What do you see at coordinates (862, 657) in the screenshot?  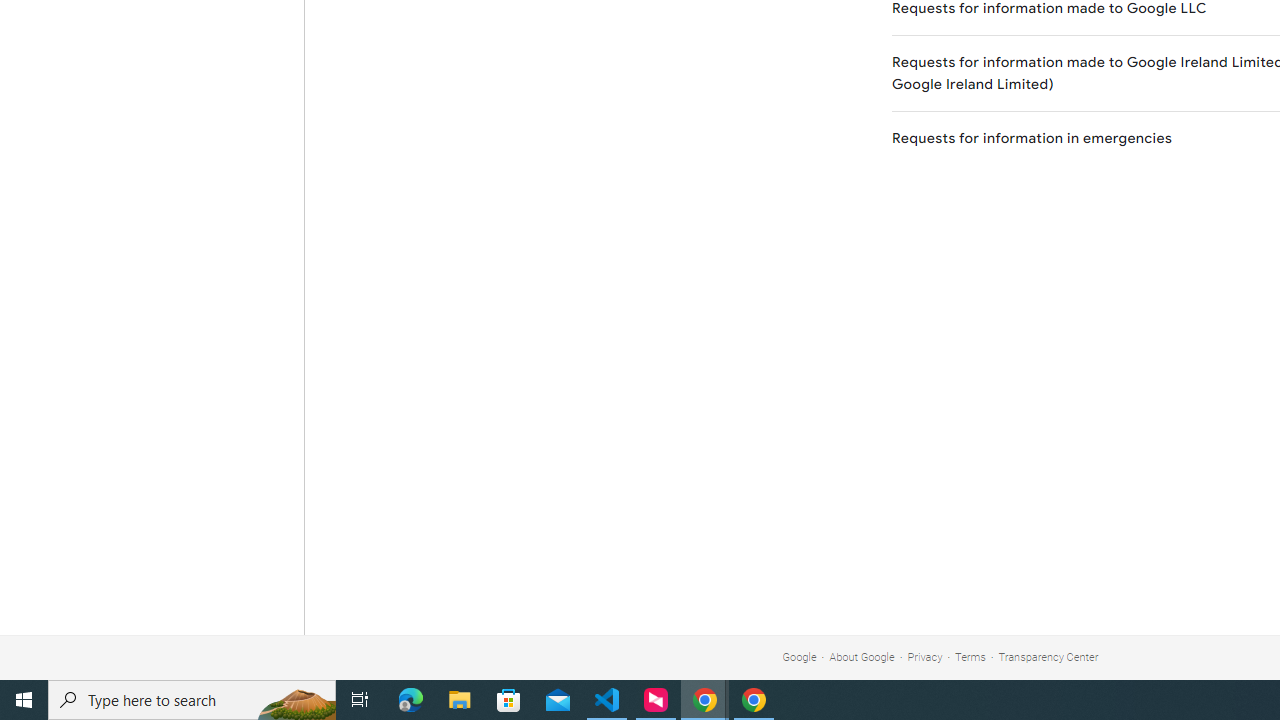 I see `'About Google'` at bounding box center [862, 657].